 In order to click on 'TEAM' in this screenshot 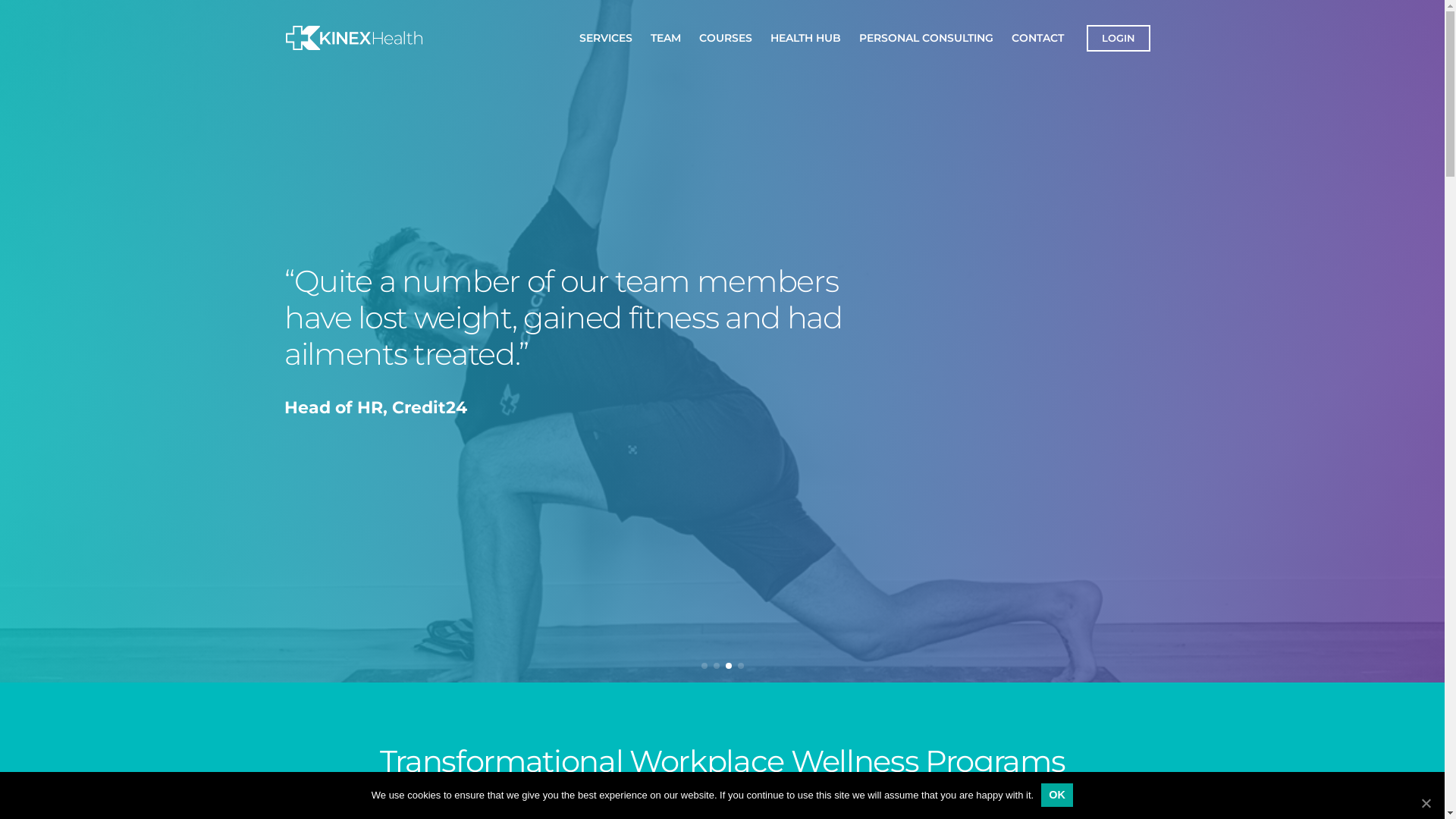, I will do `click(666, 36)`.